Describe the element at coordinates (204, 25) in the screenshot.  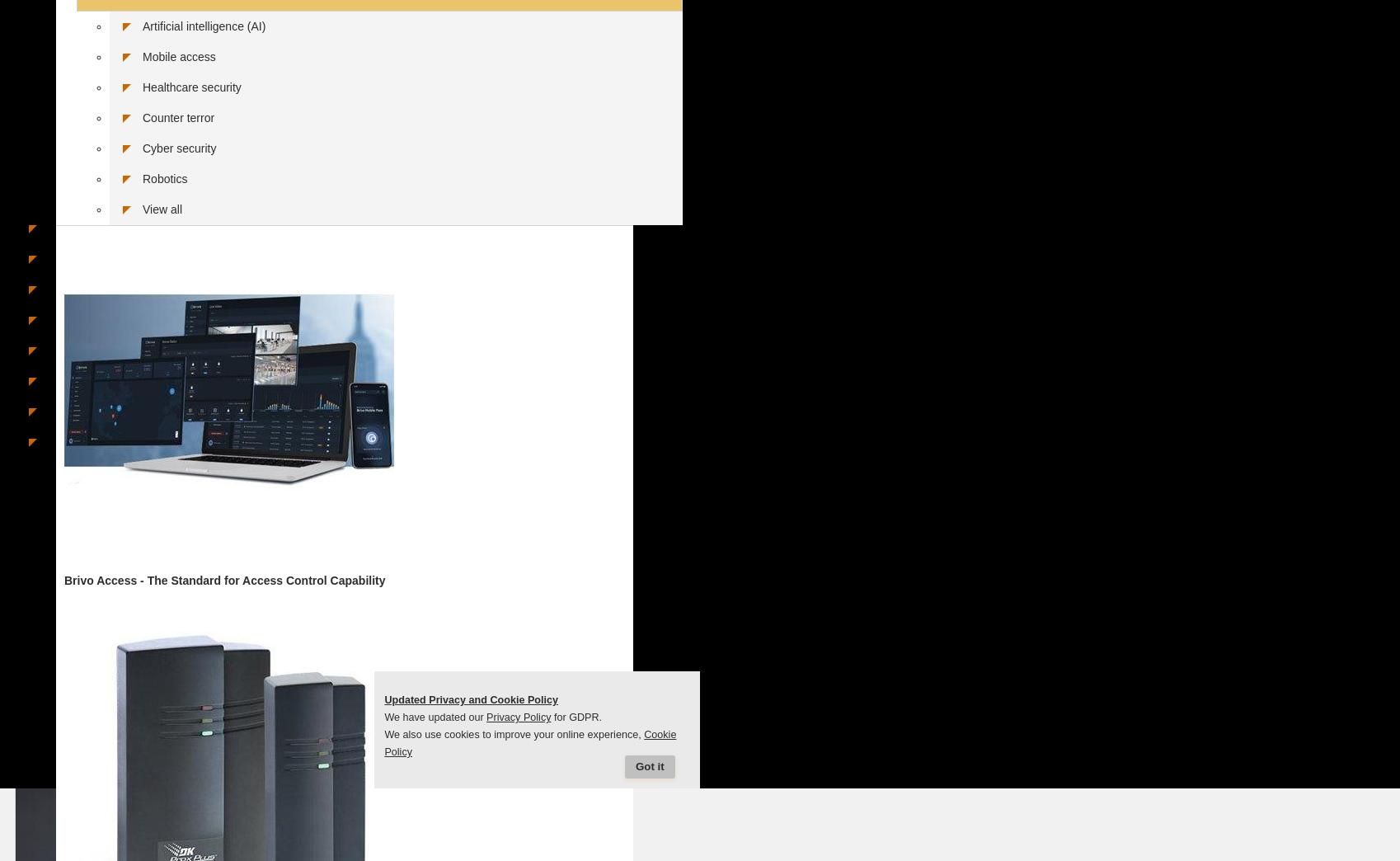
I see `'Artificial intelligence (AI)'` at that location.